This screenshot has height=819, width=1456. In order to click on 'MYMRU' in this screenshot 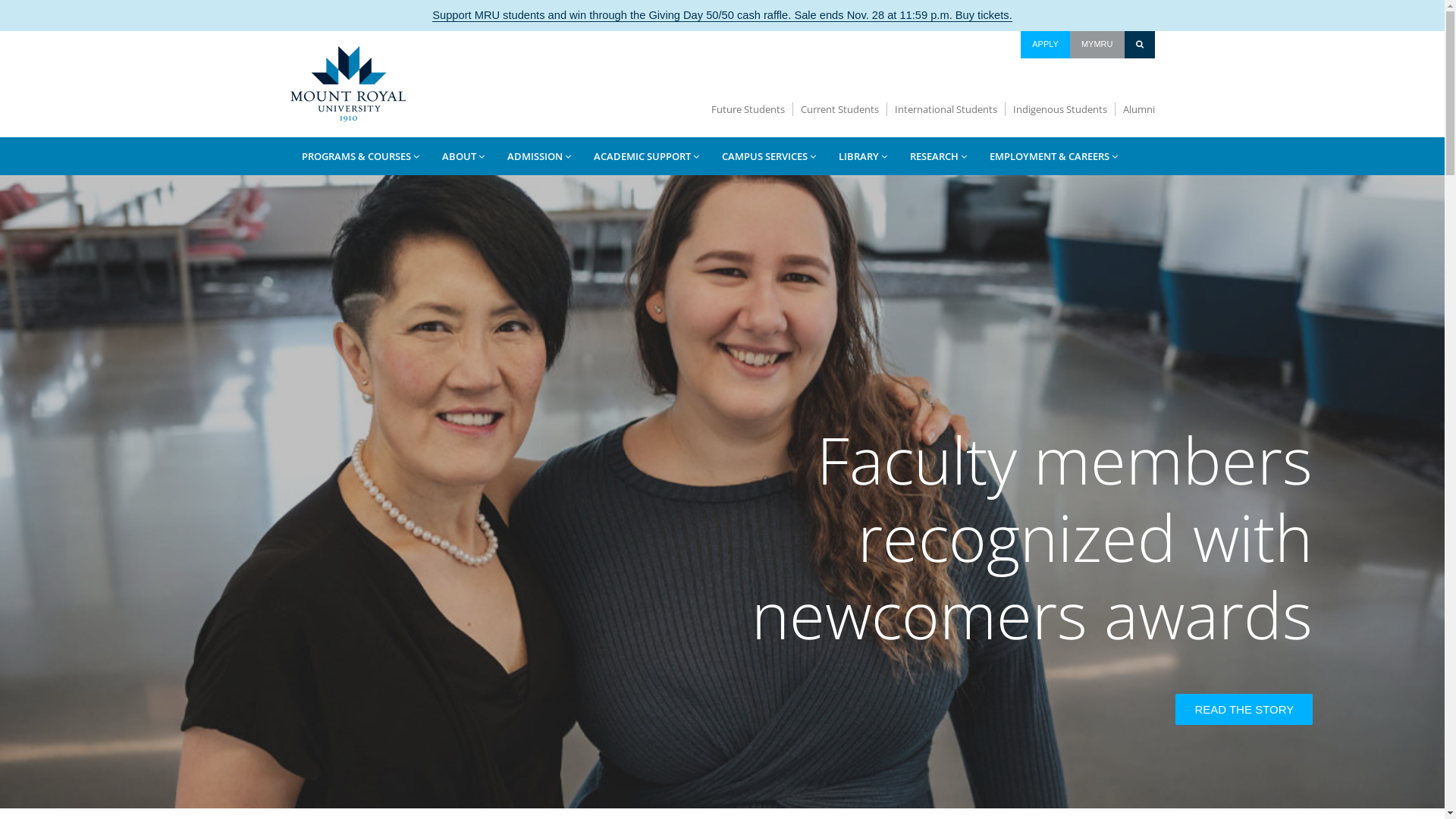, I will do `click(1097, 43)`.